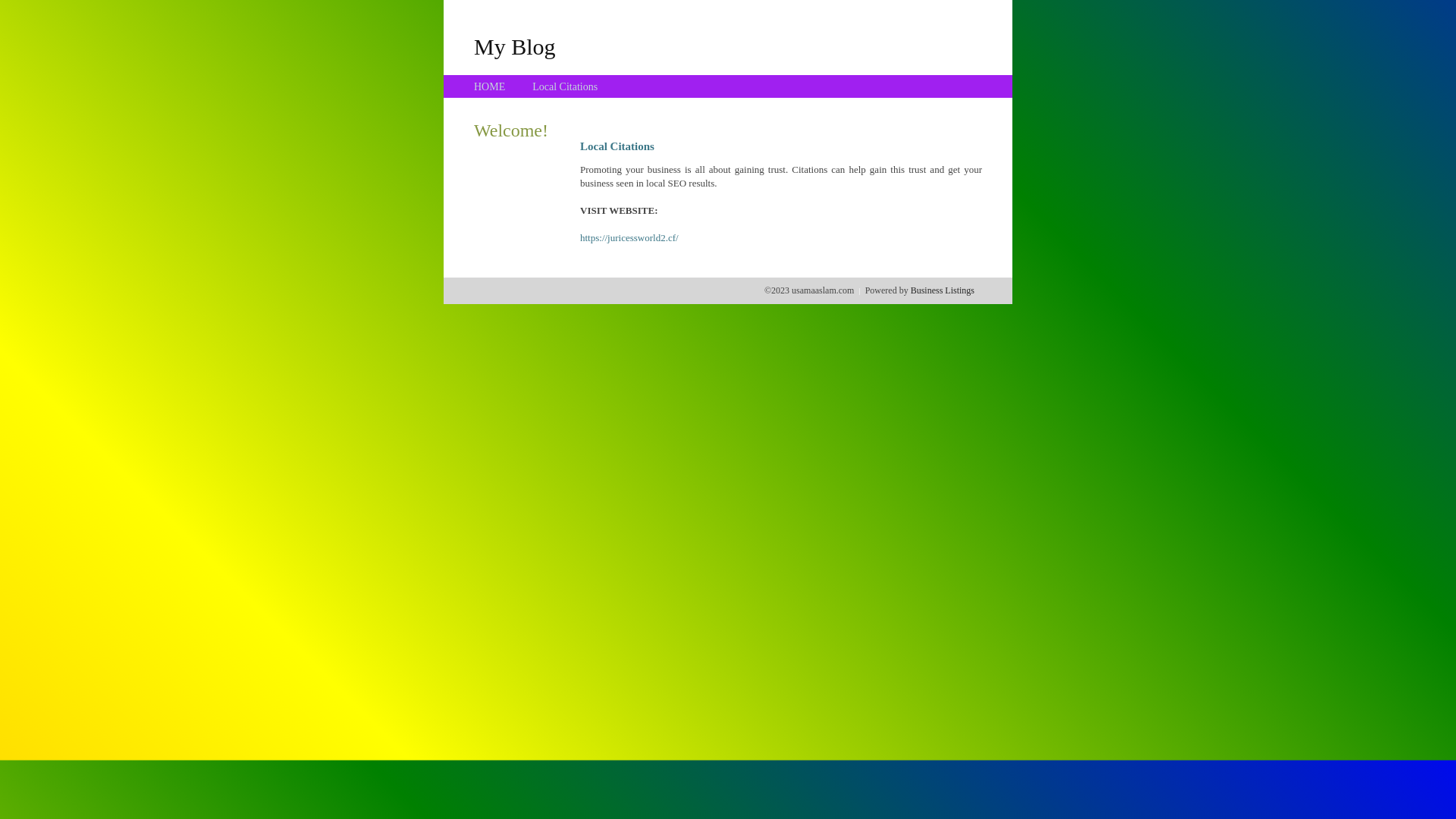 This screenshot has height=819, width=1456. Describe the element at coordinates (532, 86) in the screenshot. I see `'Local Citations'` at that location.